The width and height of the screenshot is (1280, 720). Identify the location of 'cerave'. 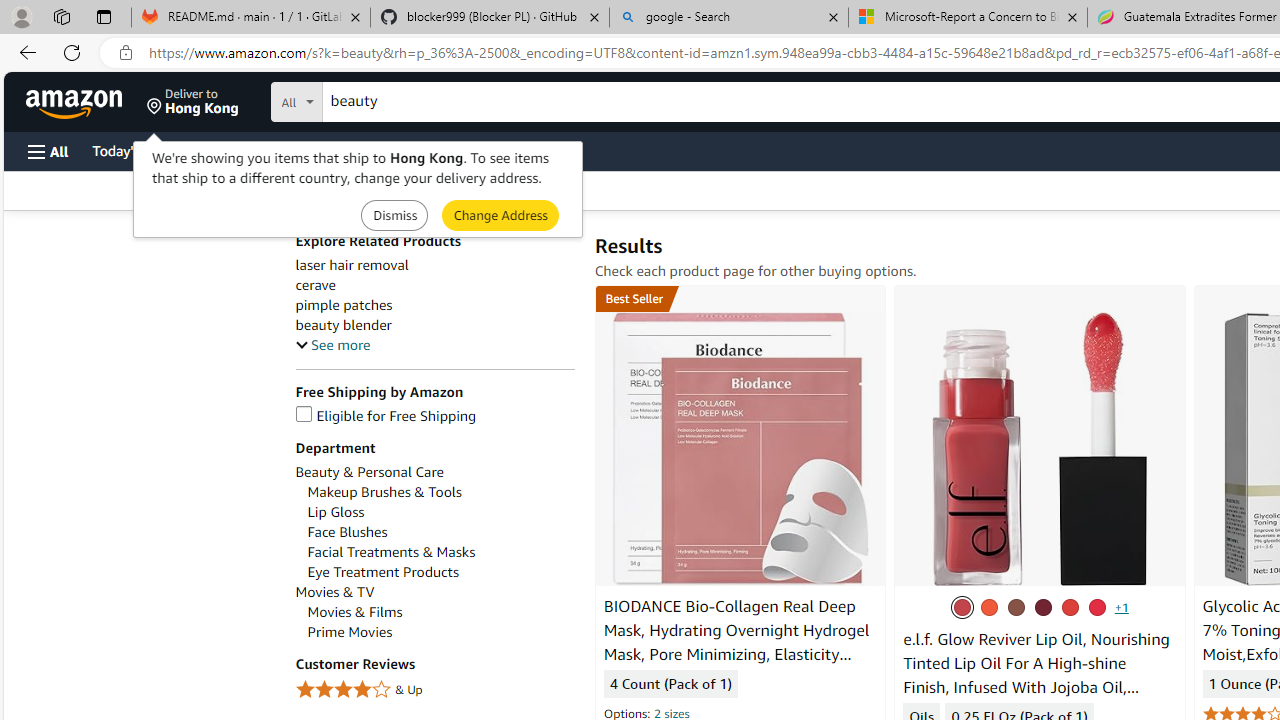
(433, 285).